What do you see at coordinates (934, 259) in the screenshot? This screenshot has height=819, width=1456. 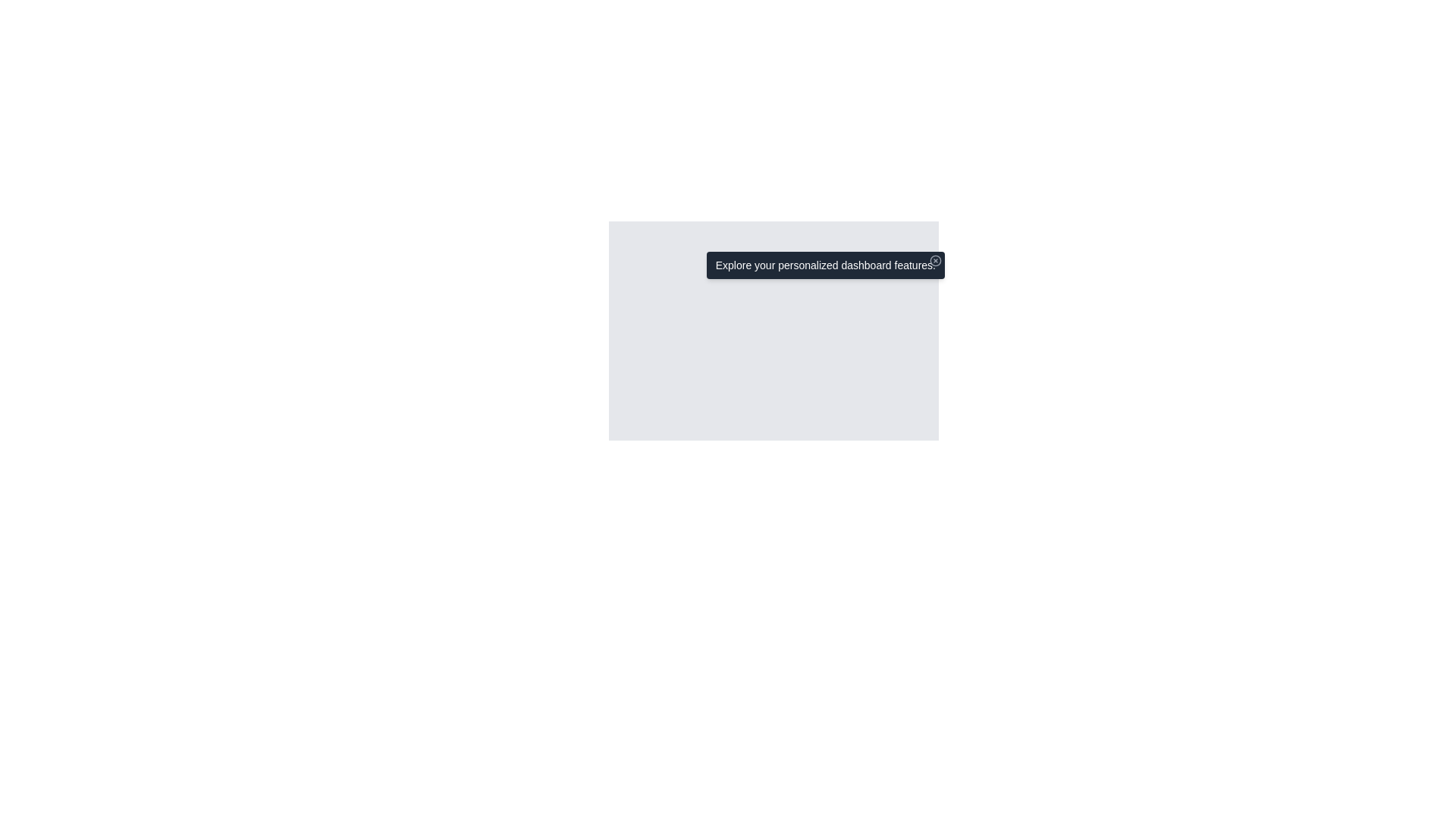 I see `the close button icon in the top-right corner of the tooltip displaying 'Explore your personalized dashboard features'` at bounding box center [934, 259].